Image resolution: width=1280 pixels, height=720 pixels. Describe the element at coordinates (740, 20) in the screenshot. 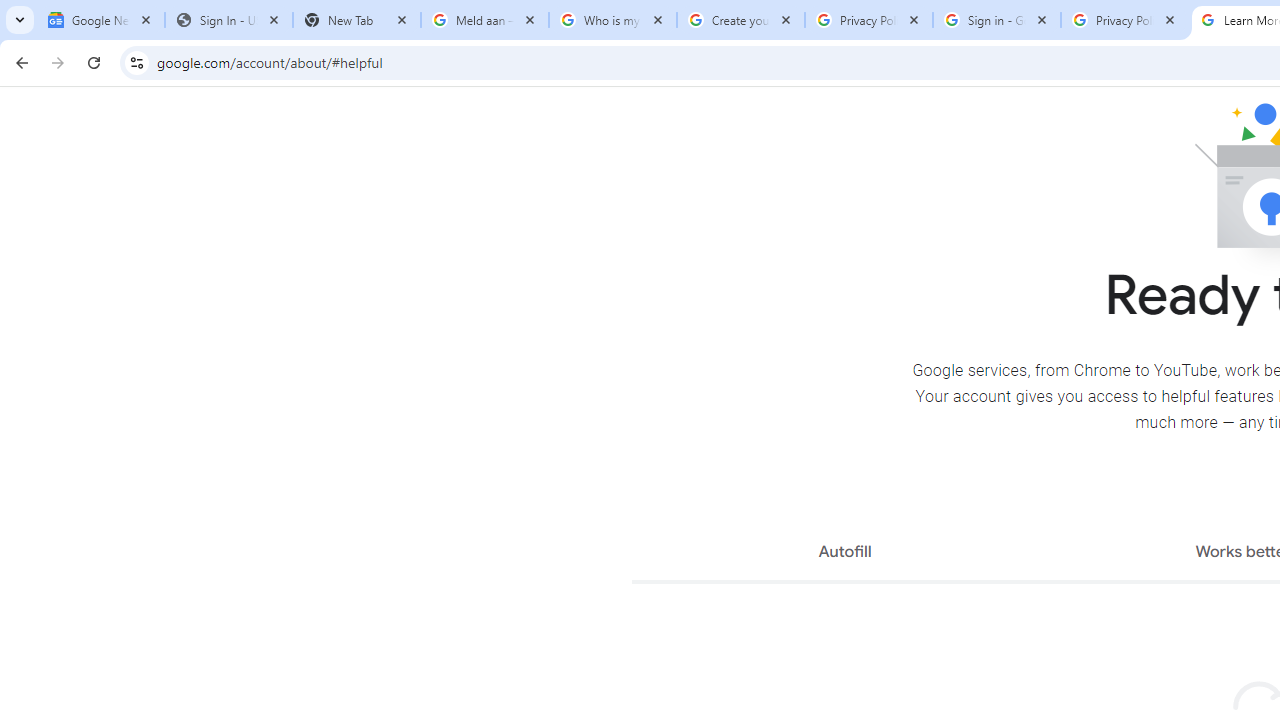

I see `'Create your Google Account'` at that location.